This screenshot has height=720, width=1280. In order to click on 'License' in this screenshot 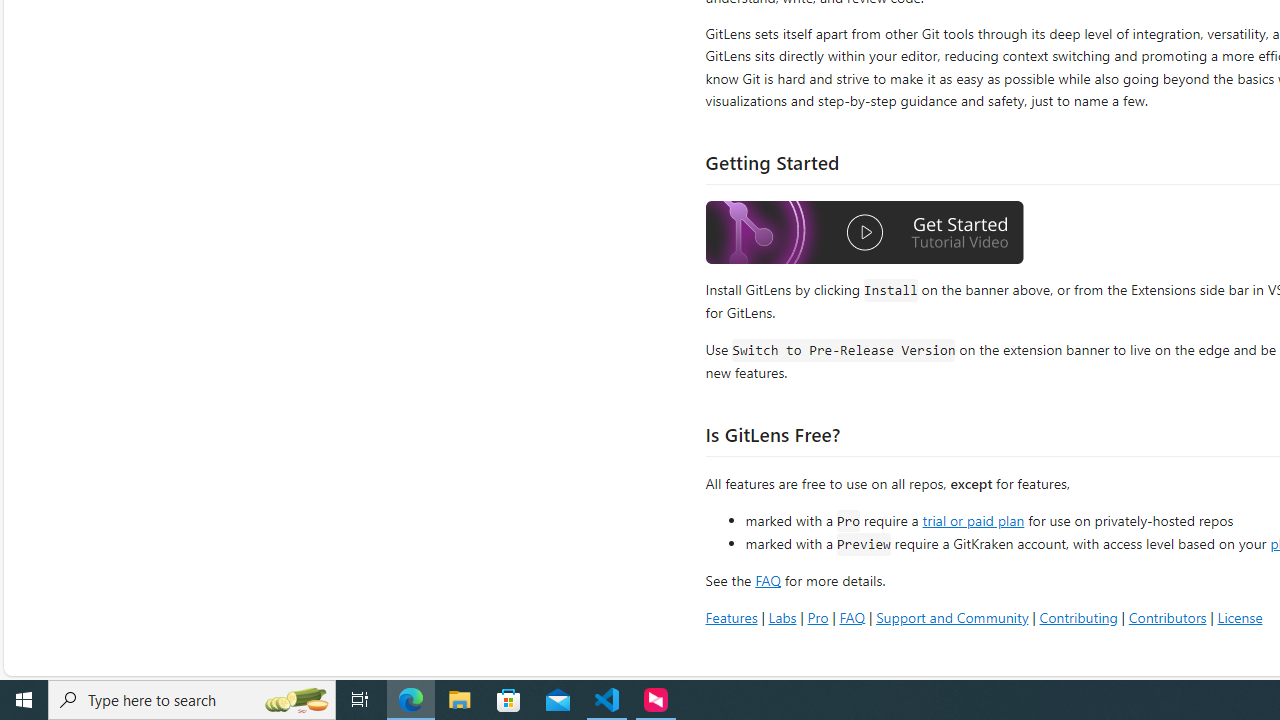, I will do `click(1239, 616)`.